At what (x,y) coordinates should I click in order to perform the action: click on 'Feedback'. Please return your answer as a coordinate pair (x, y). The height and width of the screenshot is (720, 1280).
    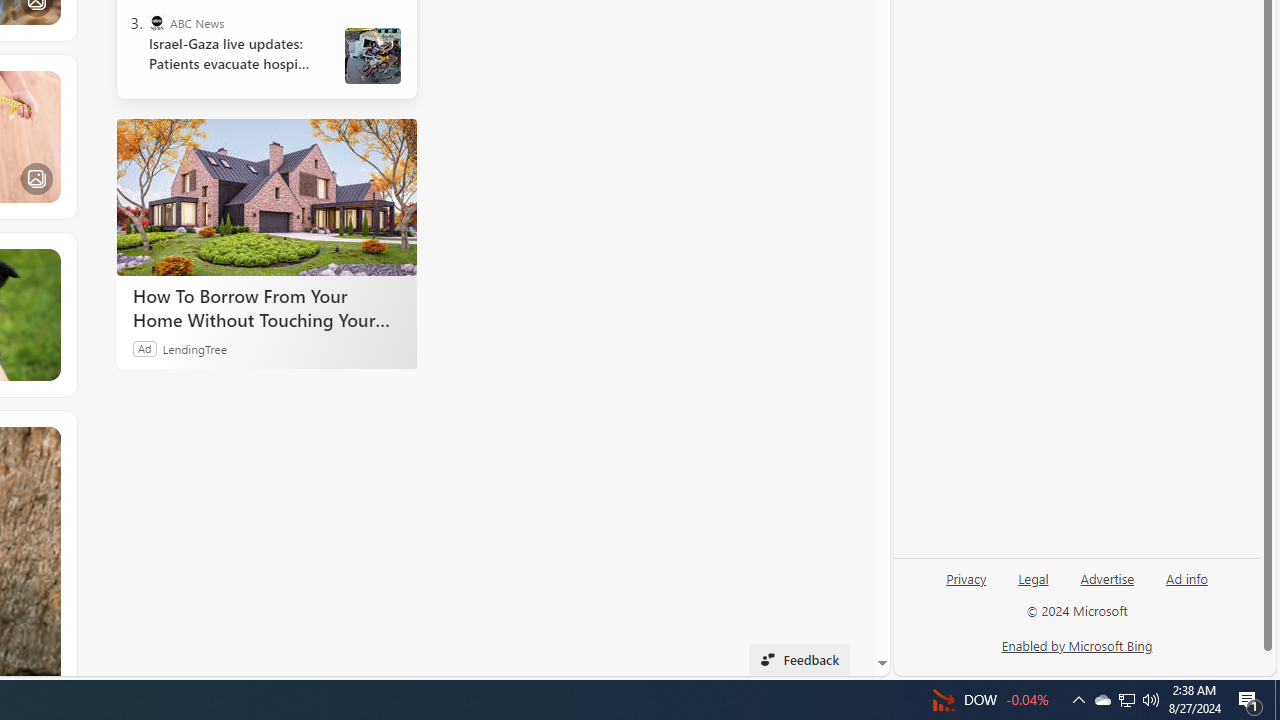
    Looking at the image, I should click on (798, 659).